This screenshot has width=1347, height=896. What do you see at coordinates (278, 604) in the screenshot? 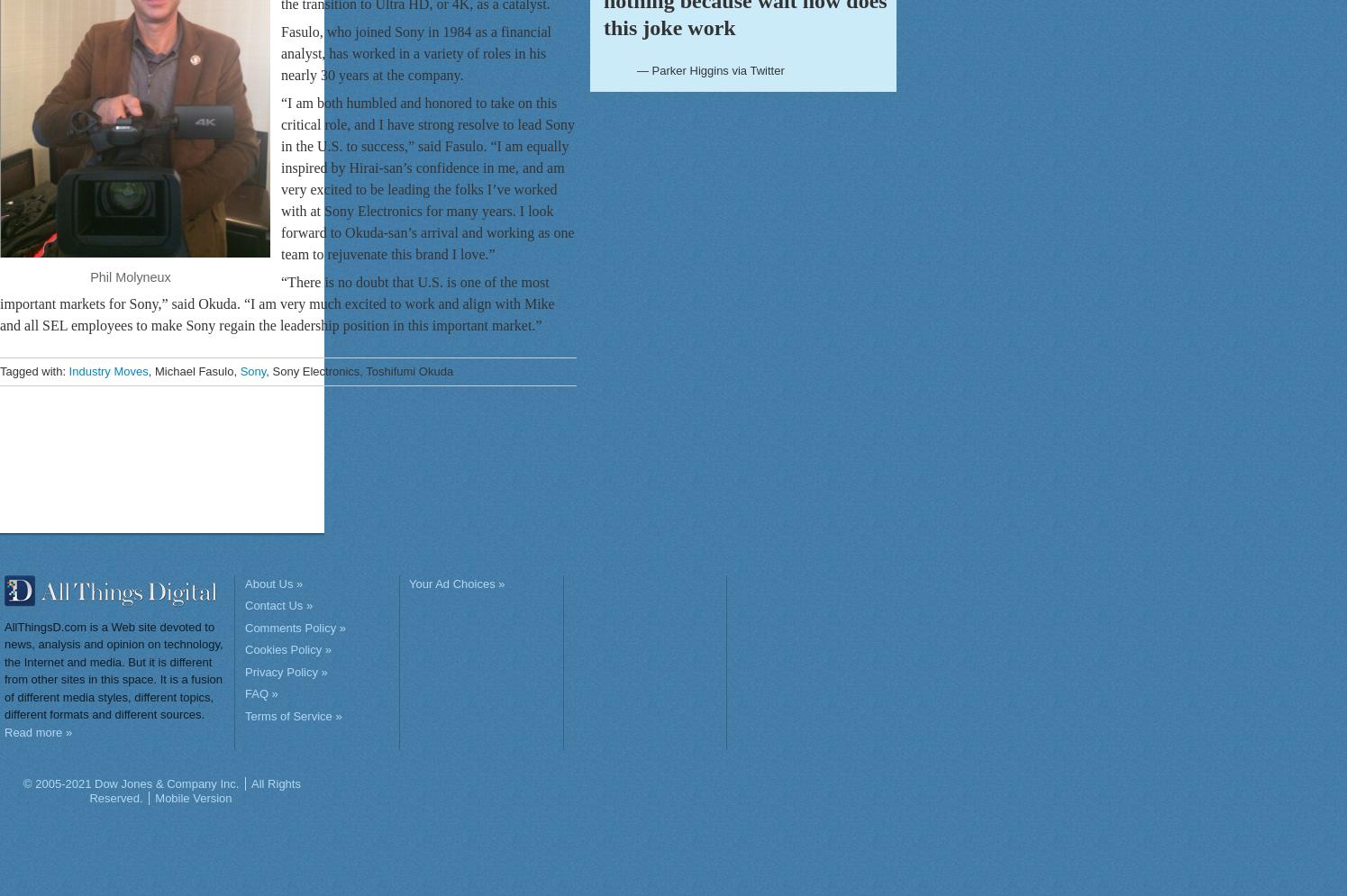
I see `'Contact Us »'` at bounding box center [278, 604].